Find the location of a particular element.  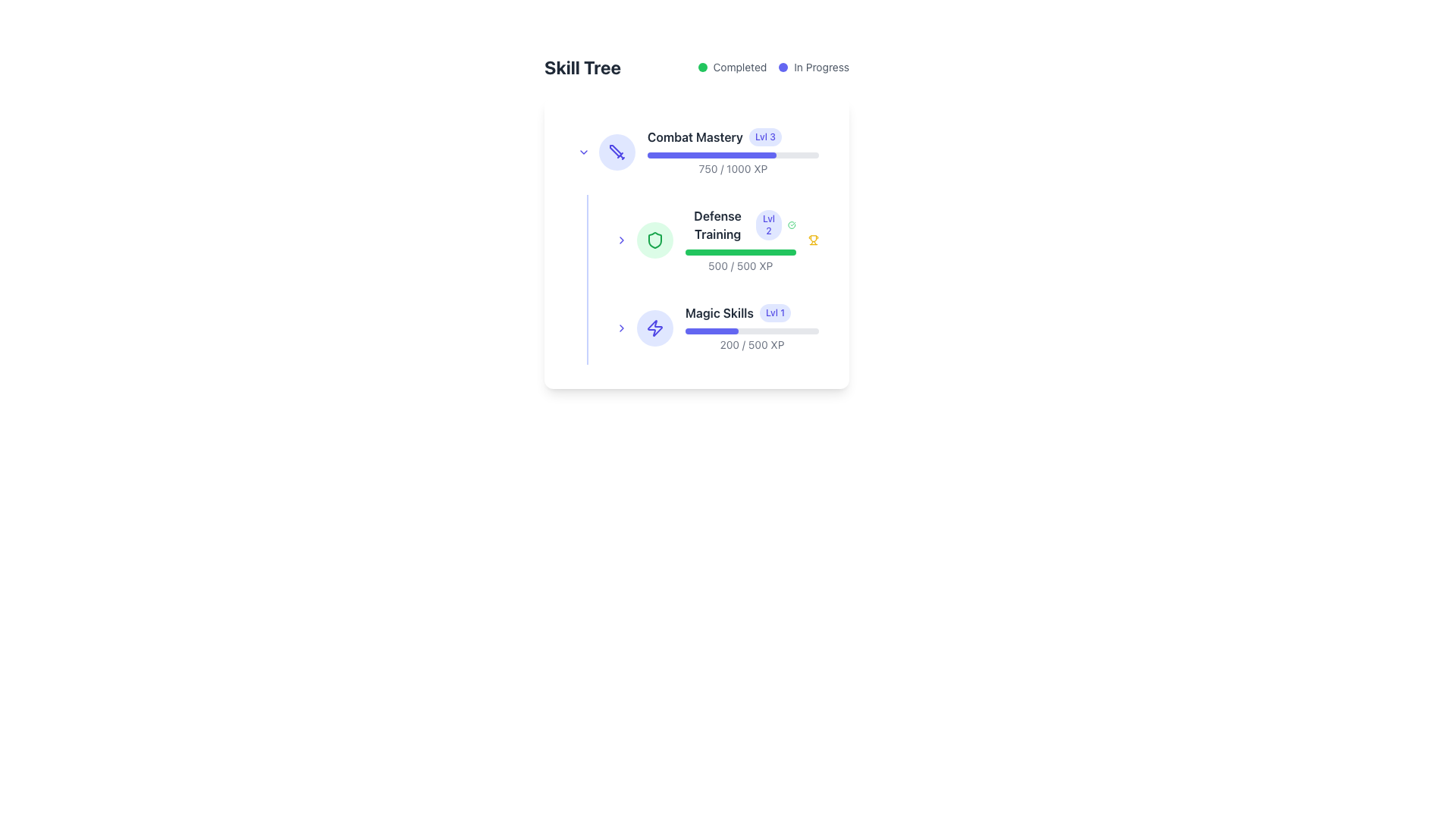

the status represented by the graphical icon (SVG) indicating the completion of the 'Defense Training' level, located in the 'Defense Training' section of the Skill Tree interface, to the right of the 'Lvl 2' badge is located at coordinates (791, 225).